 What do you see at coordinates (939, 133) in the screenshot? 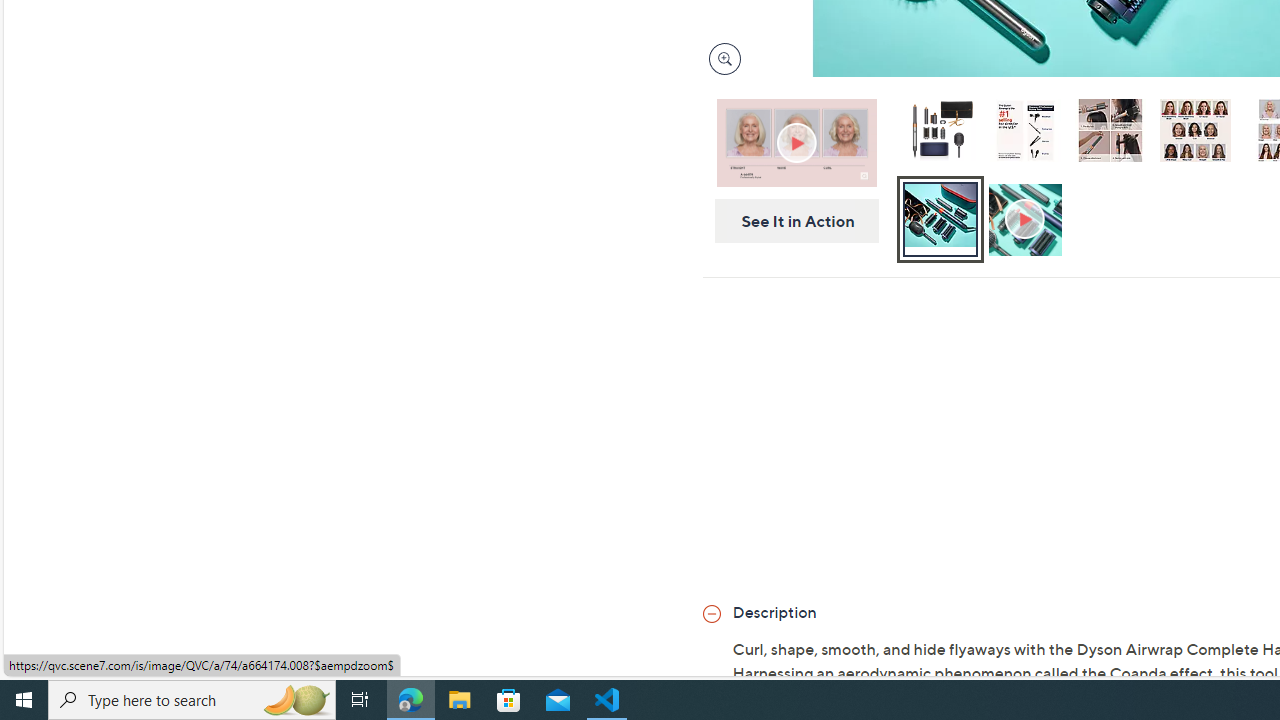
I see `'Dyson Airwrap Complete with Paddle Brush and Travel Pouch'` at bounding box center [939, 133].